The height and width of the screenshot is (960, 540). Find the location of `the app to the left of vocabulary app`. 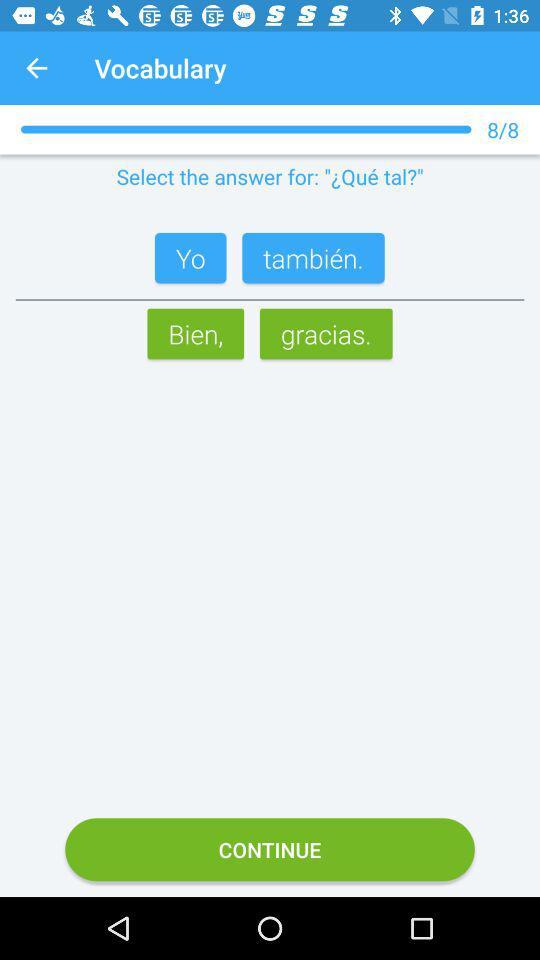

the app to the left of vocabulary app is located at coordinates (36, 68).